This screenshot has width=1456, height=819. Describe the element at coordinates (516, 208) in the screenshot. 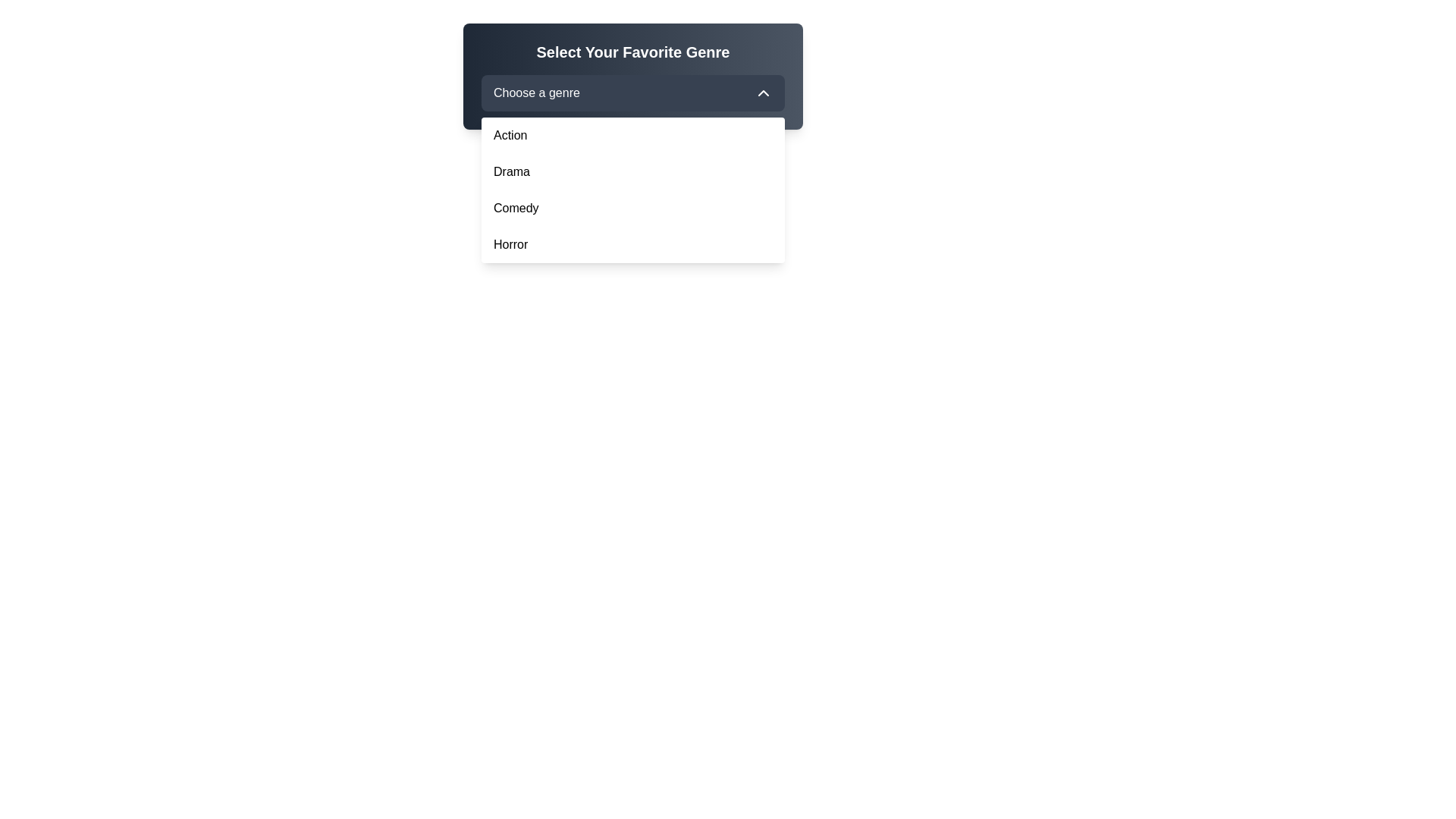

I see `the text label displaying 'Comedy'` at that location.